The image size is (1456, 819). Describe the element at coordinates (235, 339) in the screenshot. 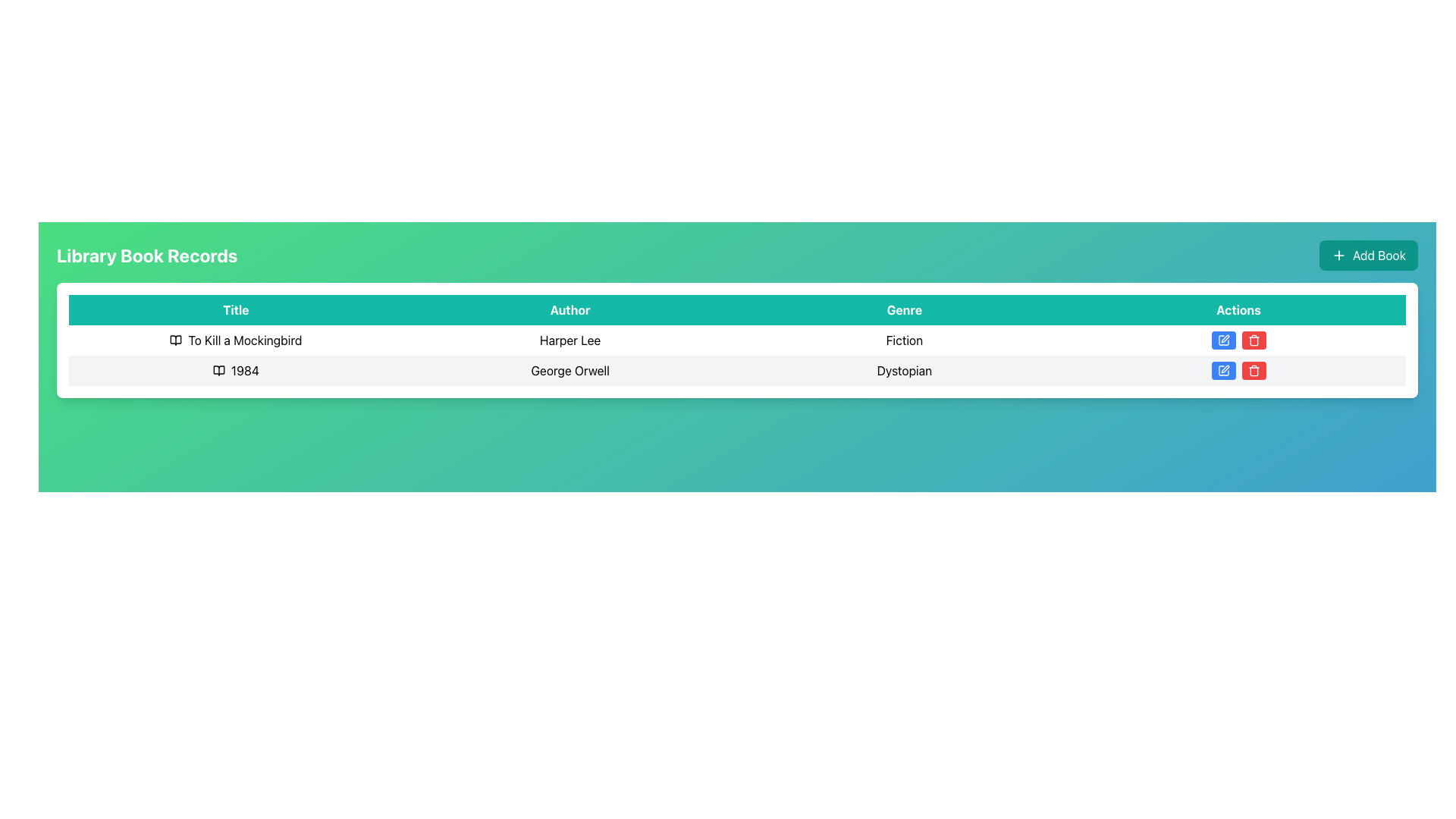

I see `title text of the book displayed in the first cell under the 'Title' column of the first row in the book records table` at that location.